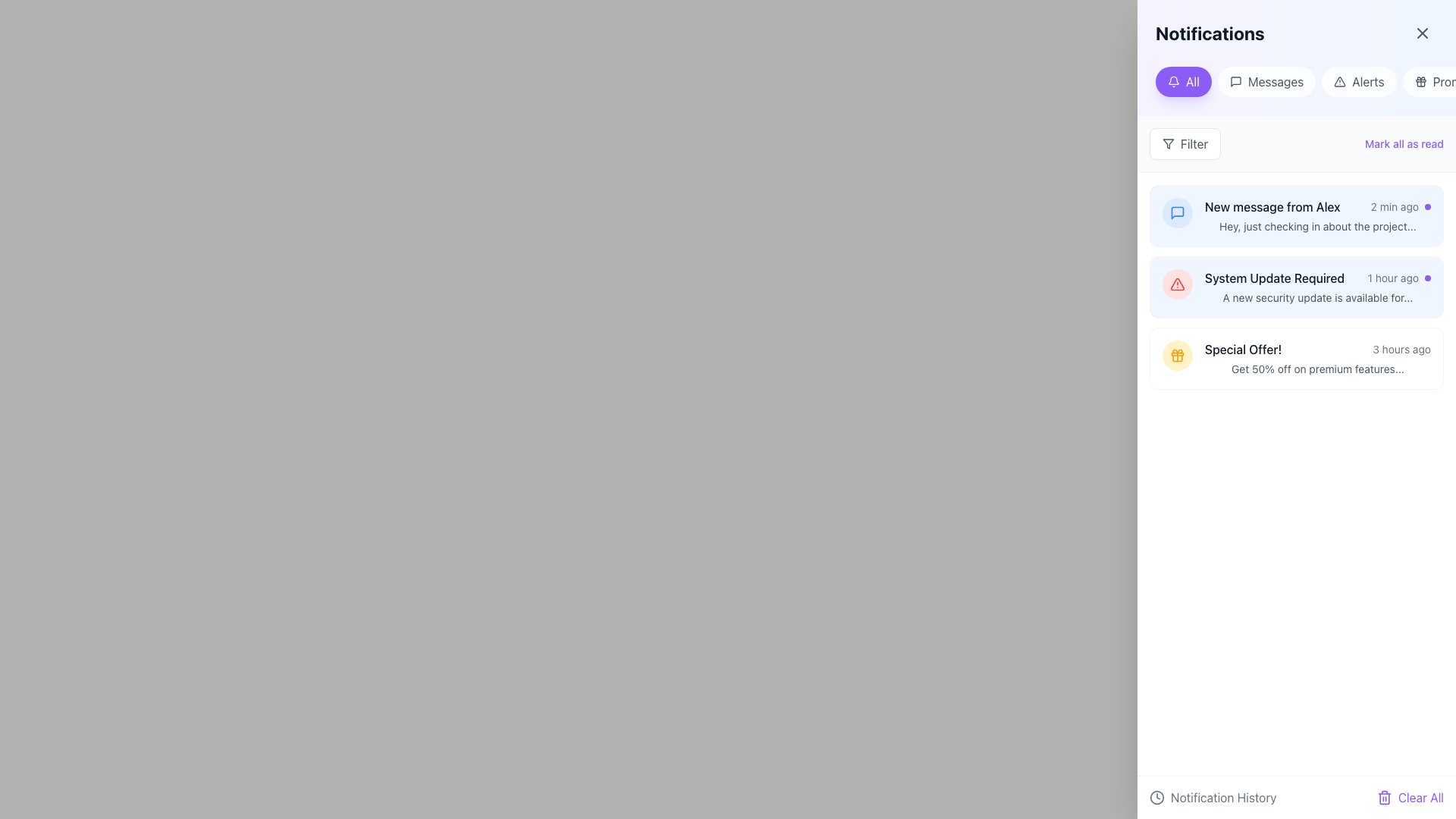 The width and height of the screenshot is (1456, 819). I want to click on the speech bubble icon located in the notification panel, which is part of the 'New message from Alex' notification, so click(1177, 213).